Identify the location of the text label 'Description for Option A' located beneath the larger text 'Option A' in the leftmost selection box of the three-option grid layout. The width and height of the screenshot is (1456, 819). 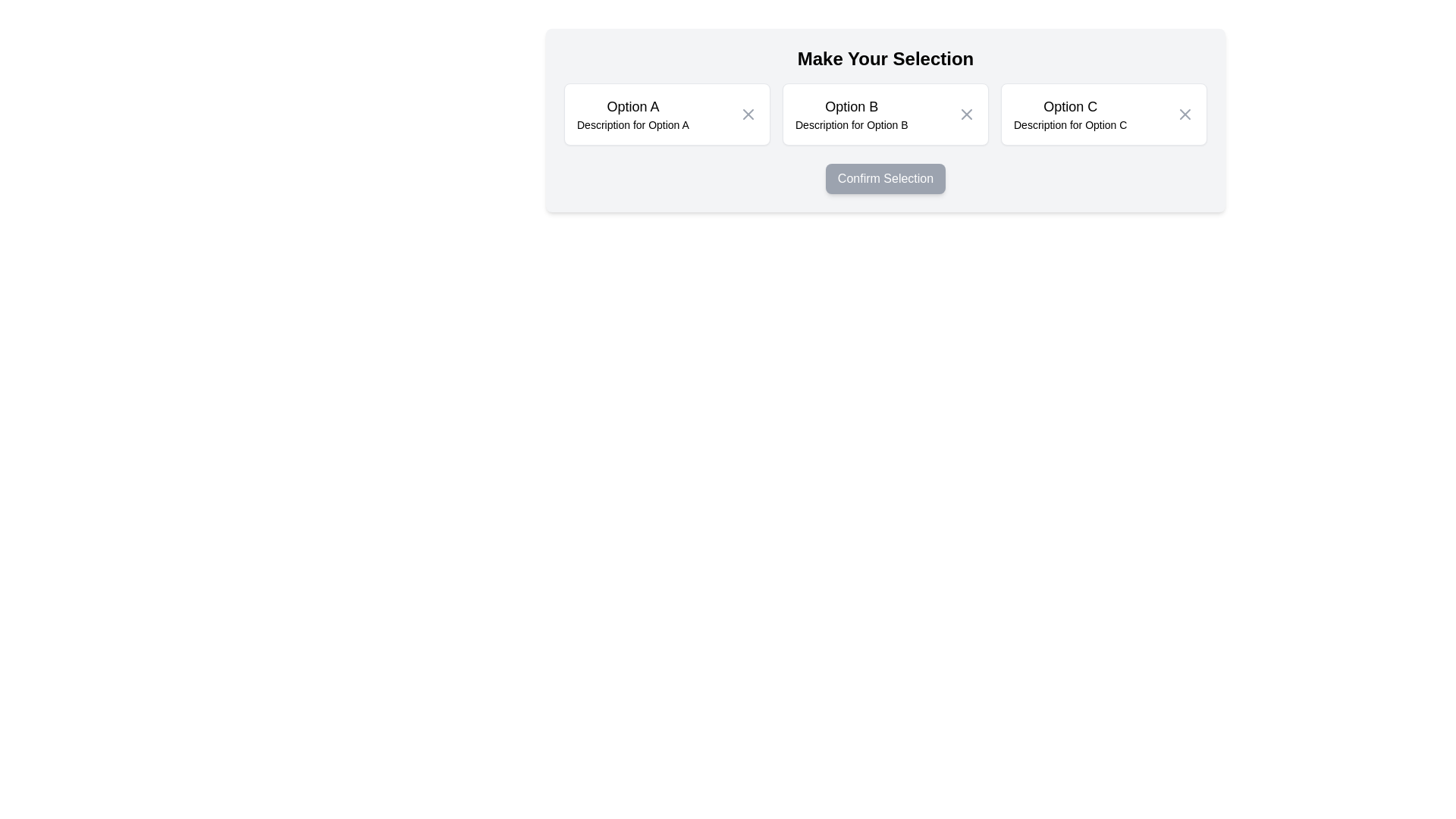
(633, 124).